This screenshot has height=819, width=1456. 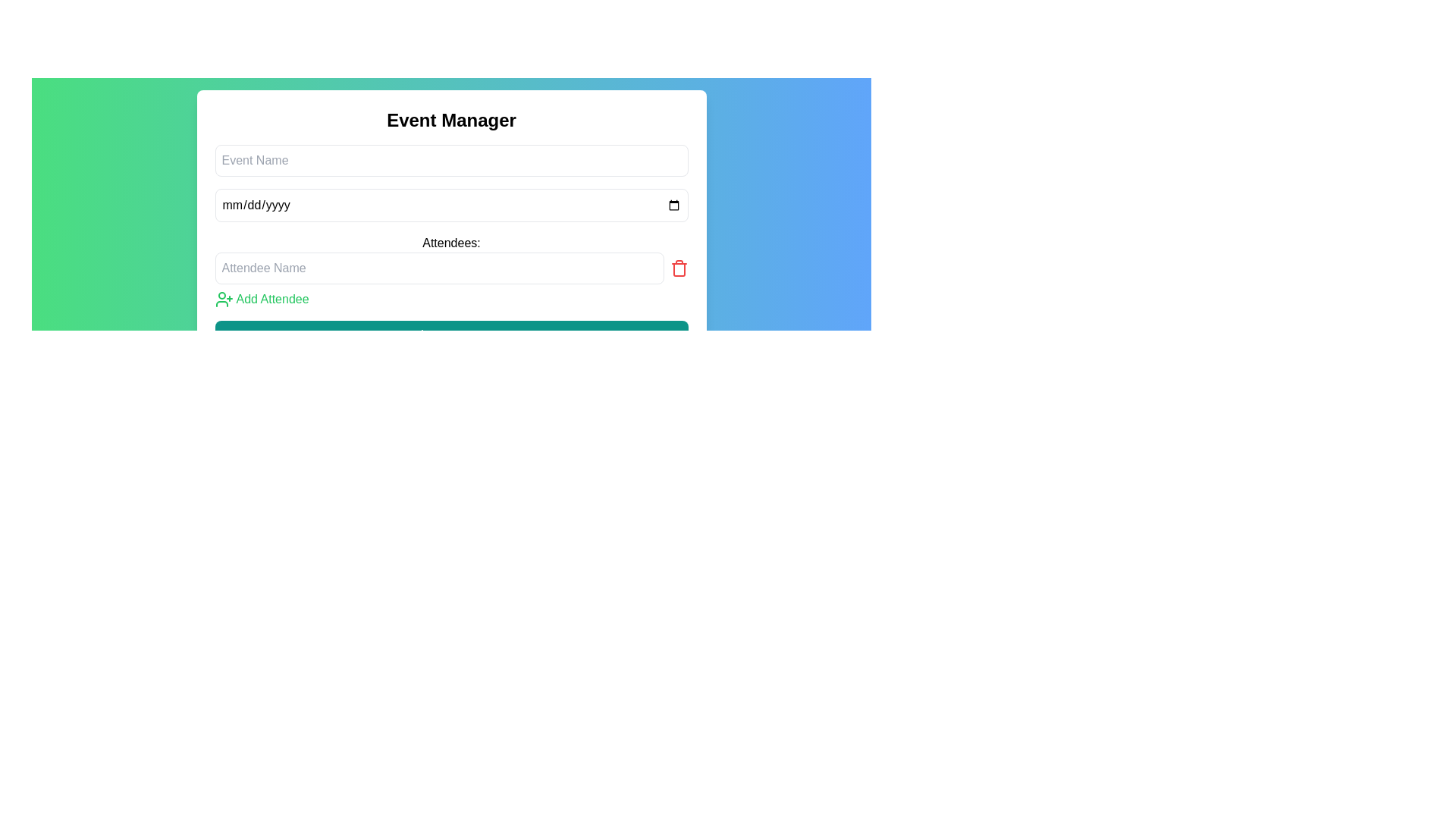 I want to click on the title Text element at the top of the card interface, which serves as a prominent title providing context to the user, so click(x=450, y=119).